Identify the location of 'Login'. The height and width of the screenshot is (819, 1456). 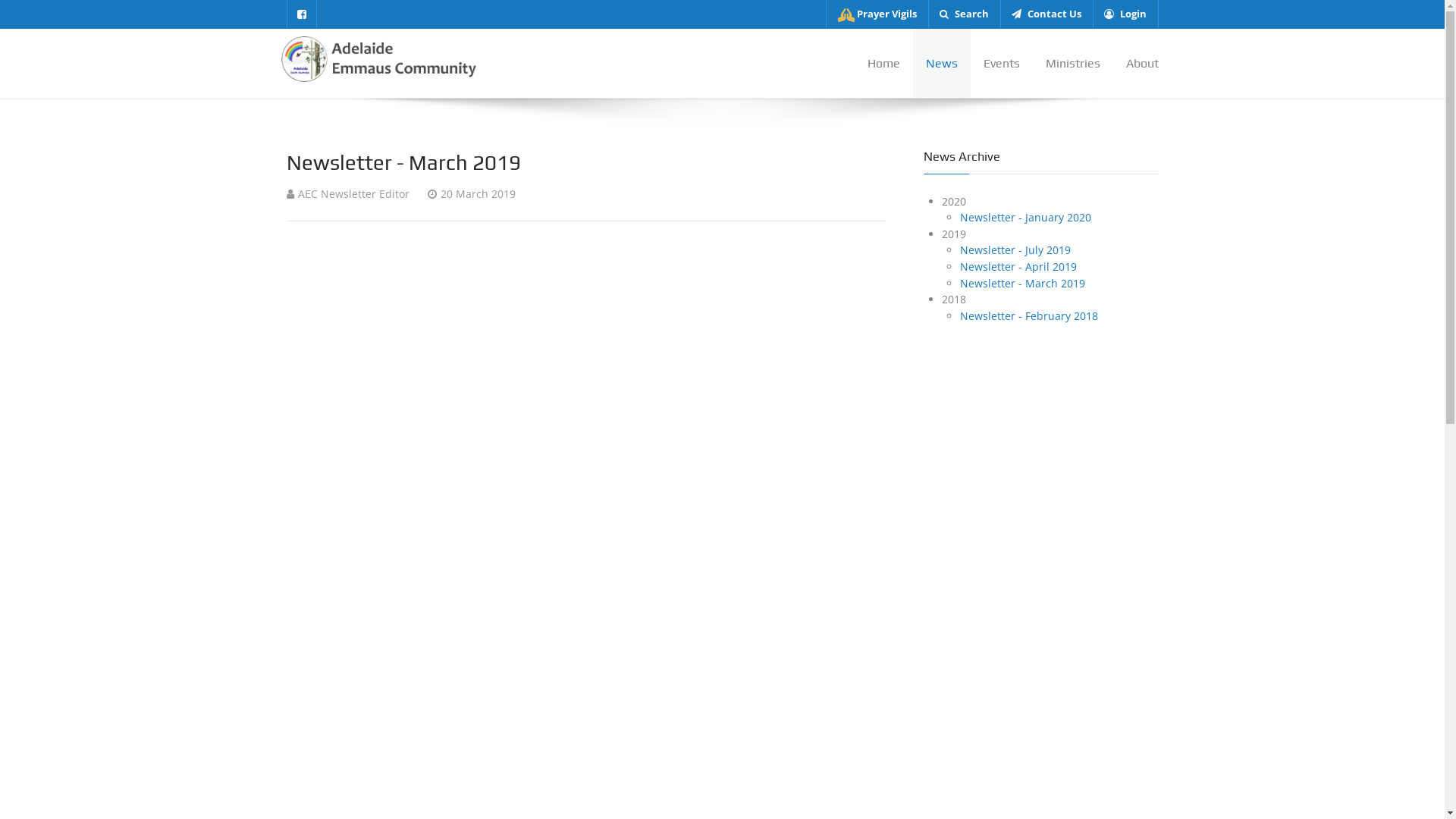
(1125, 14).